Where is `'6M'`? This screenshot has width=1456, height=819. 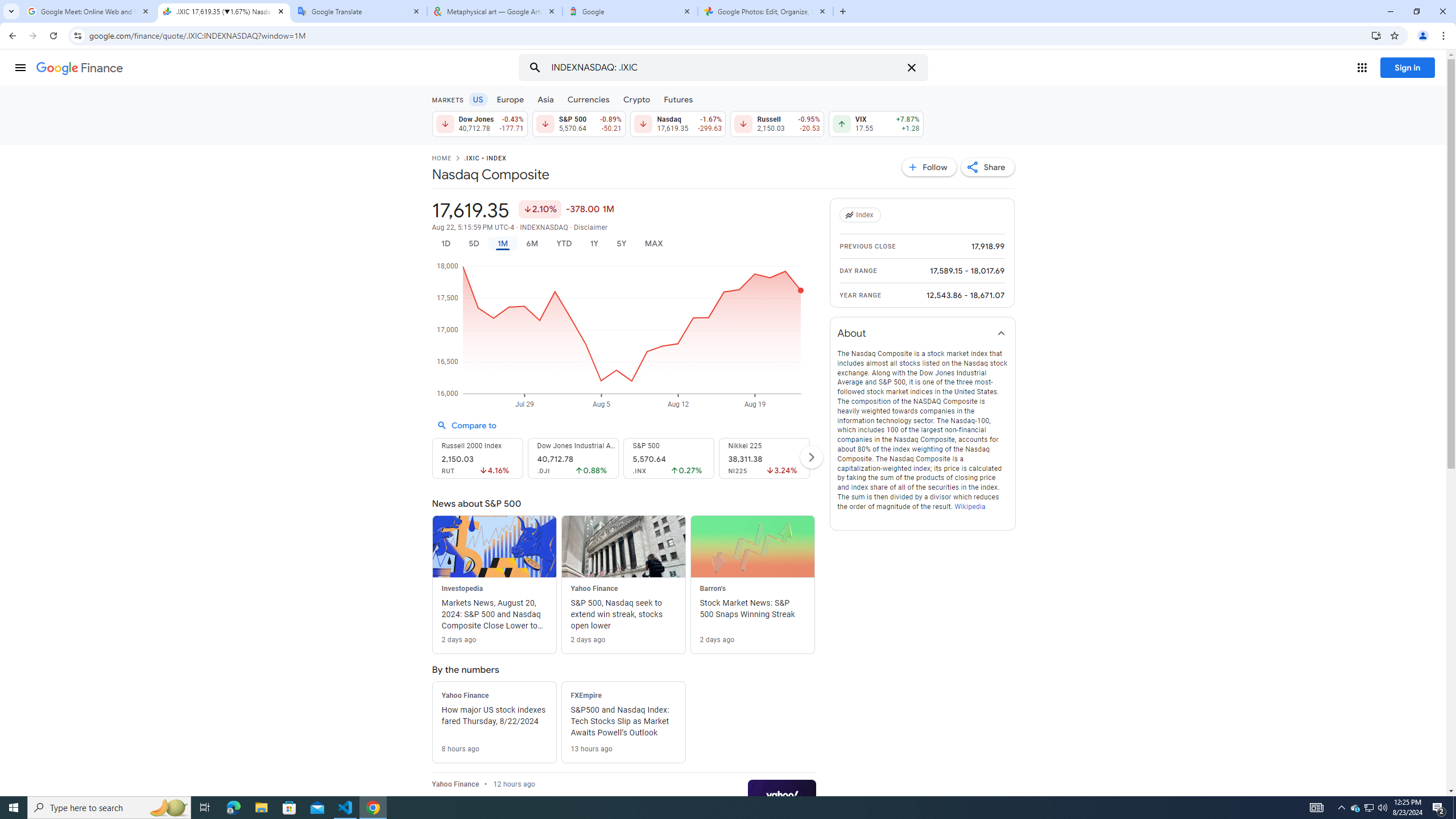
'6M' is located at coordinates (531, 243).